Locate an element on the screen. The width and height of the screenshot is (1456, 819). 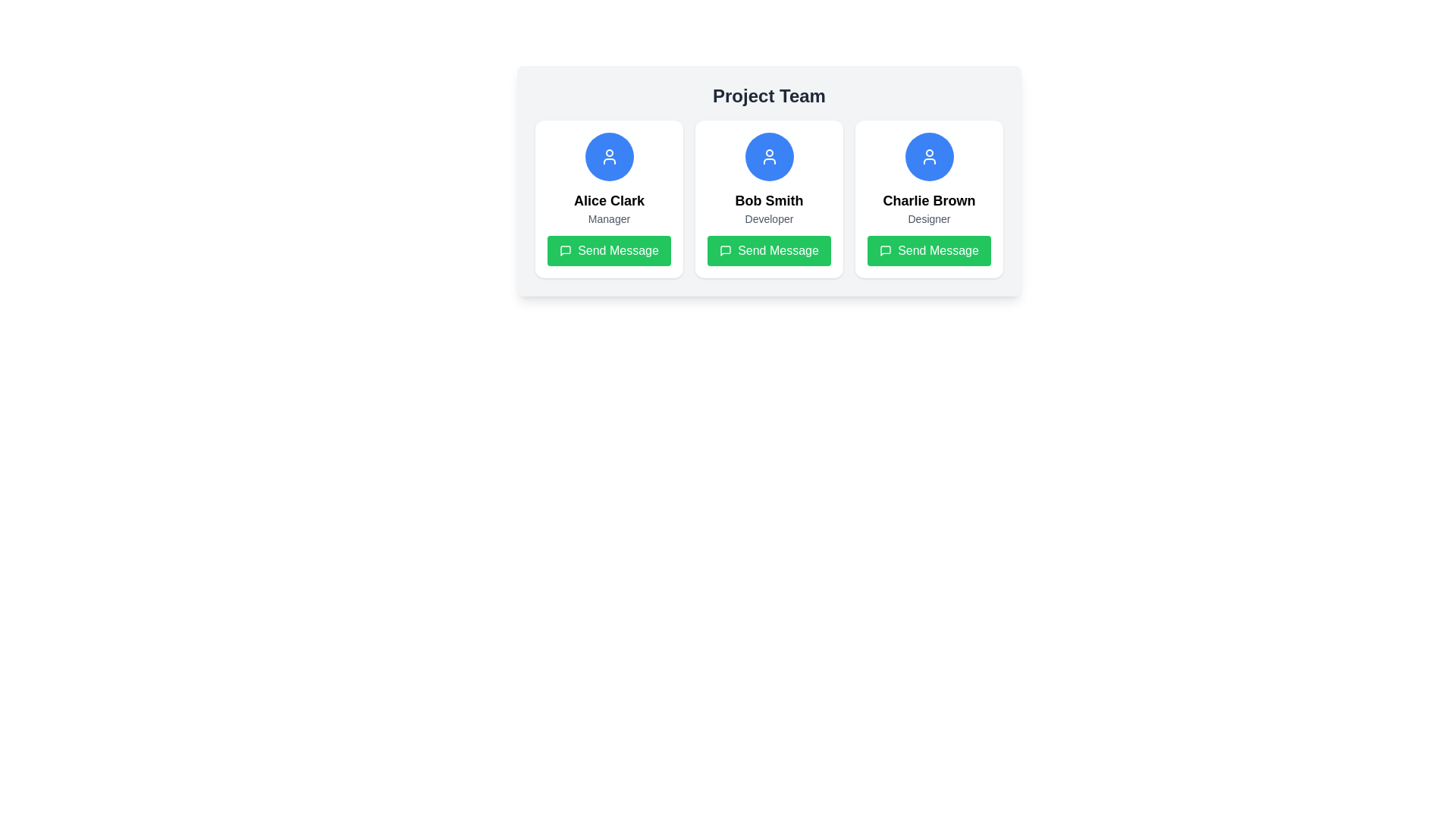
the text label 'Developer' which is styled with a gray font and positioned below the larger text 'Bob Smith' in the center card of a team member layout is located at coordinates (769, 219).